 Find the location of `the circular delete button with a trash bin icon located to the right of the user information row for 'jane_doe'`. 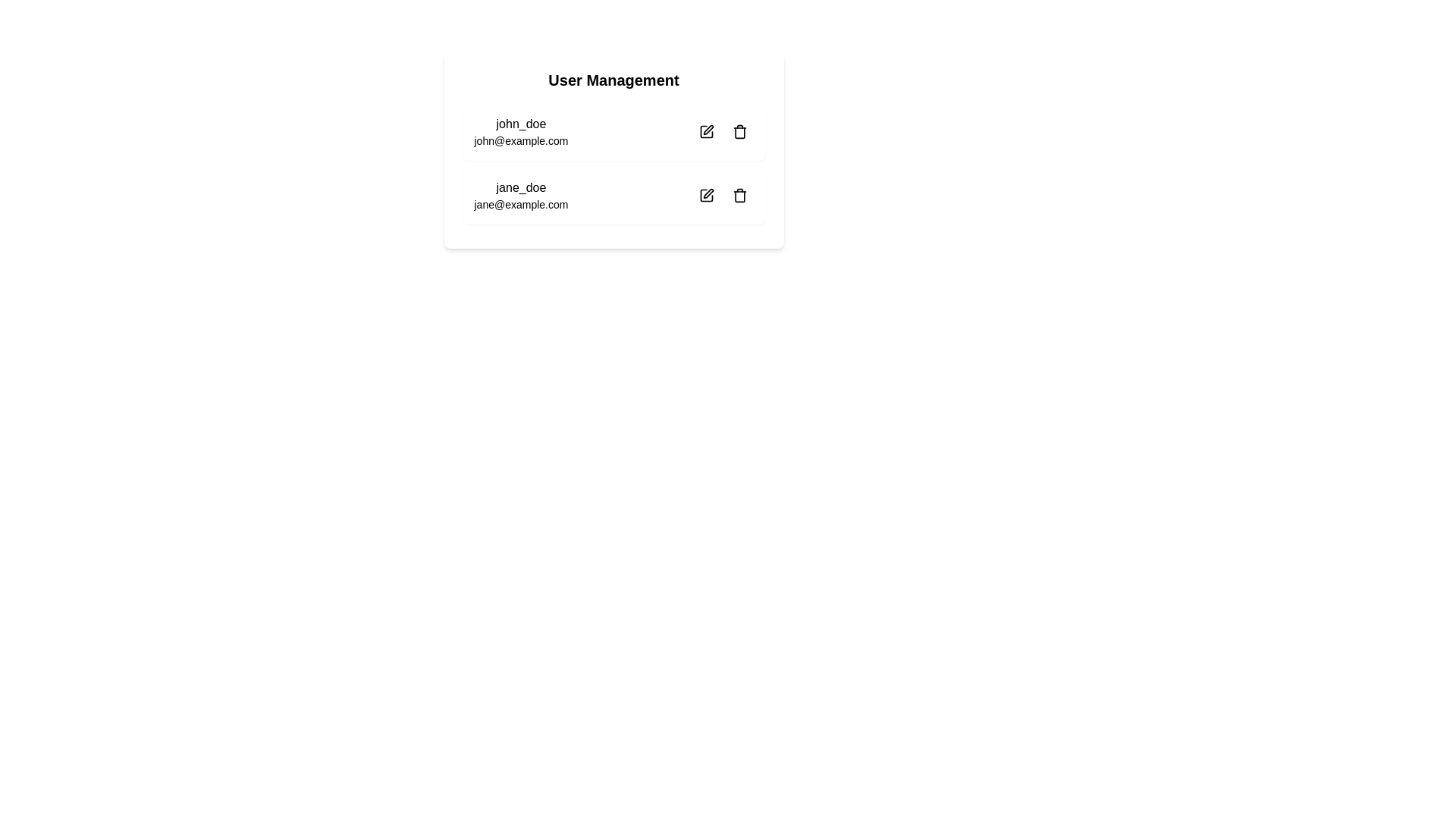

the circular delete button with a trash bin icon located to the right of the user information row for 'jane_doe' is located at coordinates (739, 195).